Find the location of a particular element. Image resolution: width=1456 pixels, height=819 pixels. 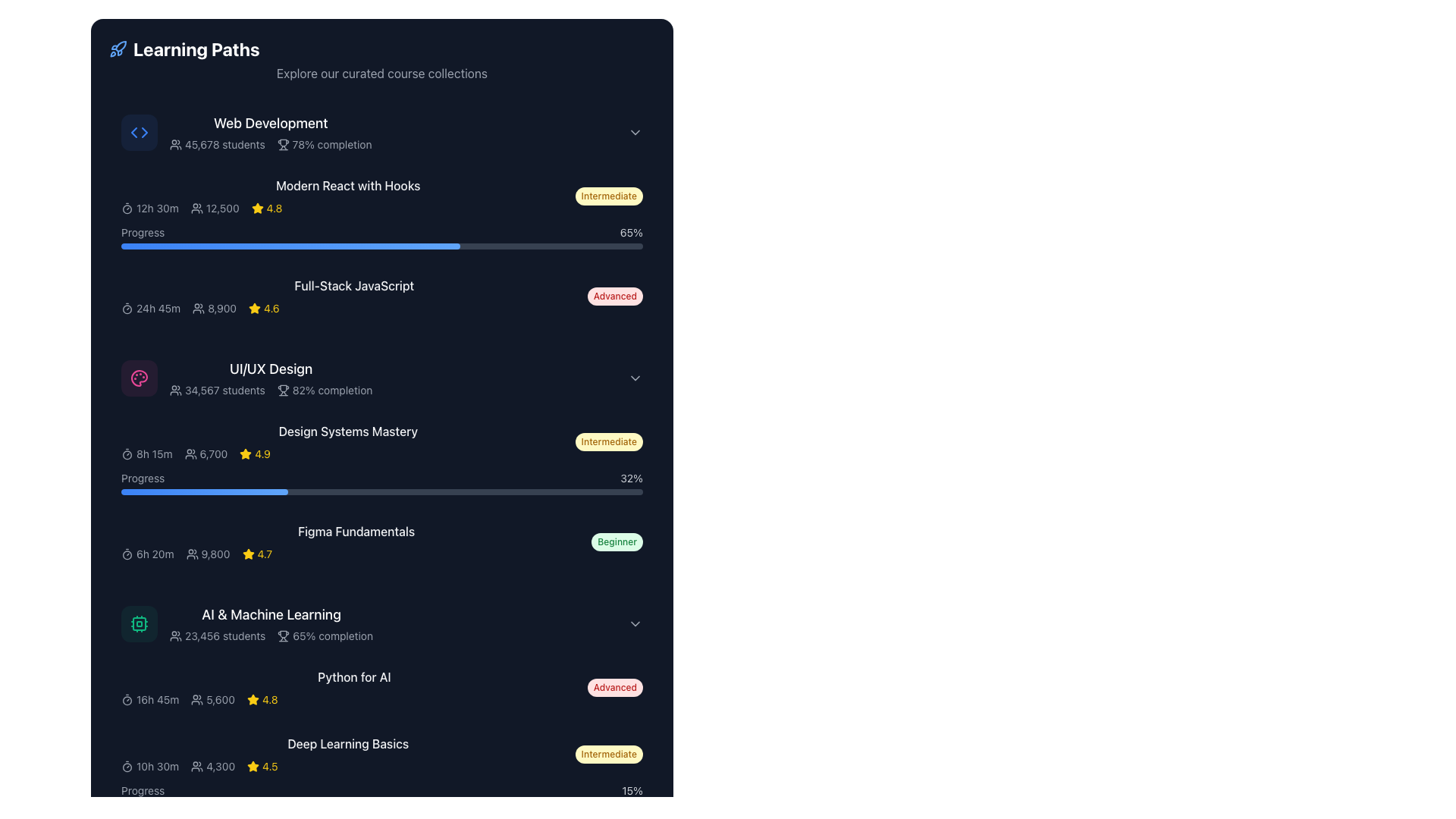

the textual label with the content 'Full-Stack JavaScript' for accessibility purposes is located at coordinates (353, 286).